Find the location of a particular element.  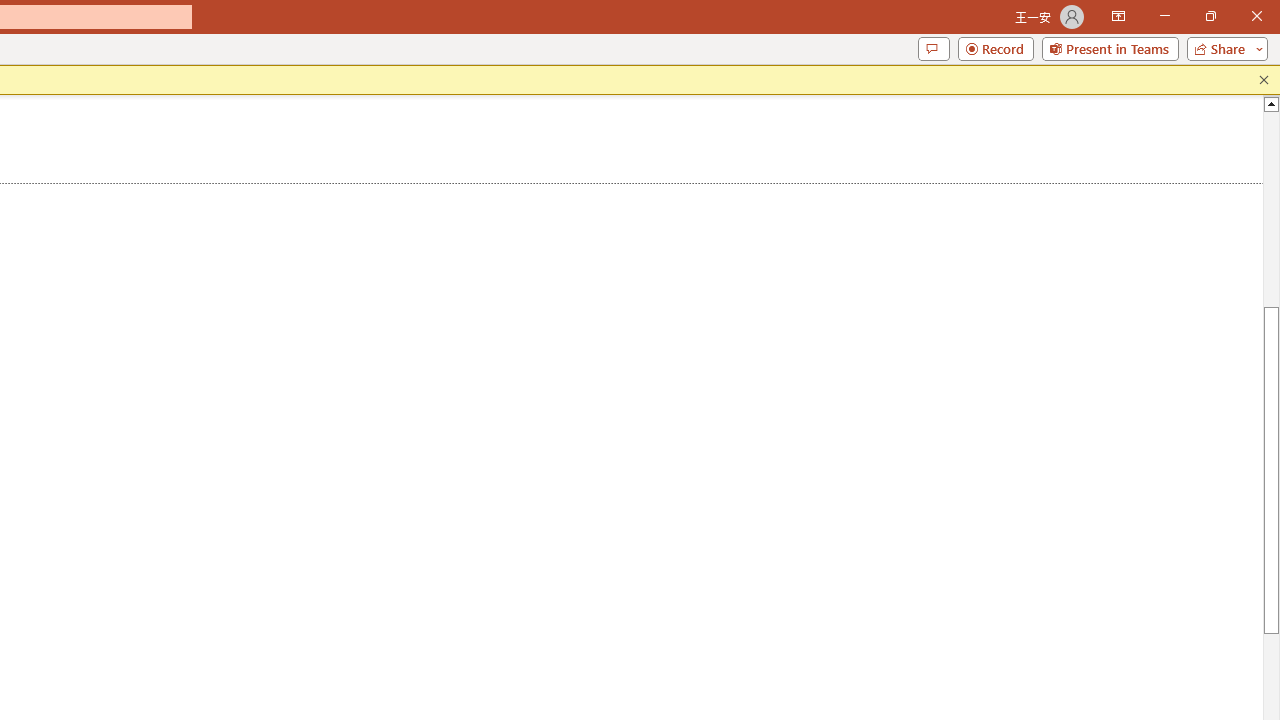

'Share' is located at coordinates (1222, 47).